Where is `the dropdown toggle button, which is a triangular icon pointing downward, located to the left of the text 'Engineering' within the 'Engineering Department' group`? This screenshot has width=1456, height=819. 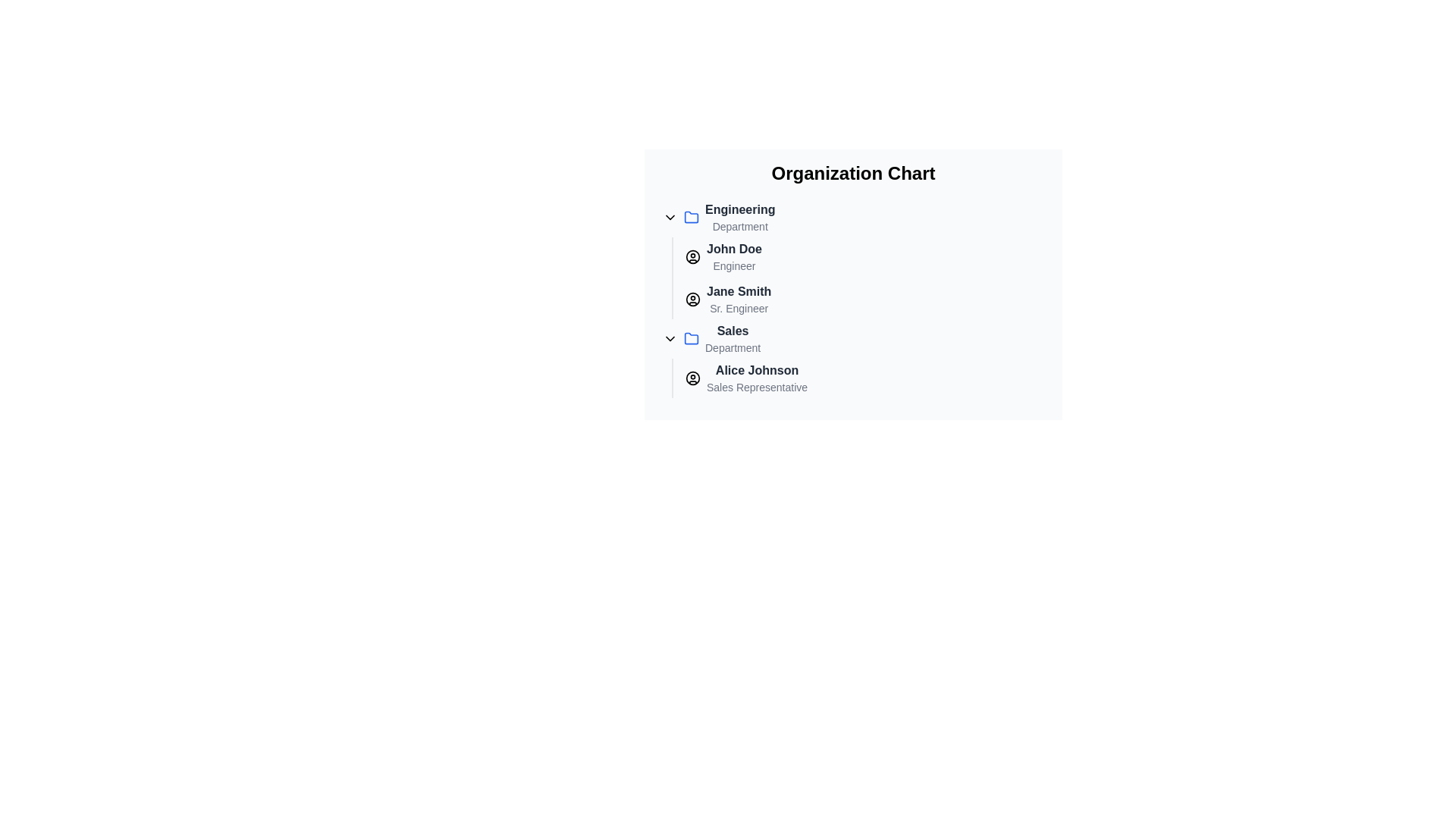
the dropdown toggle button, which is a triangular icon pointing downward, located to the left of the text 'Engineering' within the 'Engineering Department' group is located at coordinates (669, 217).